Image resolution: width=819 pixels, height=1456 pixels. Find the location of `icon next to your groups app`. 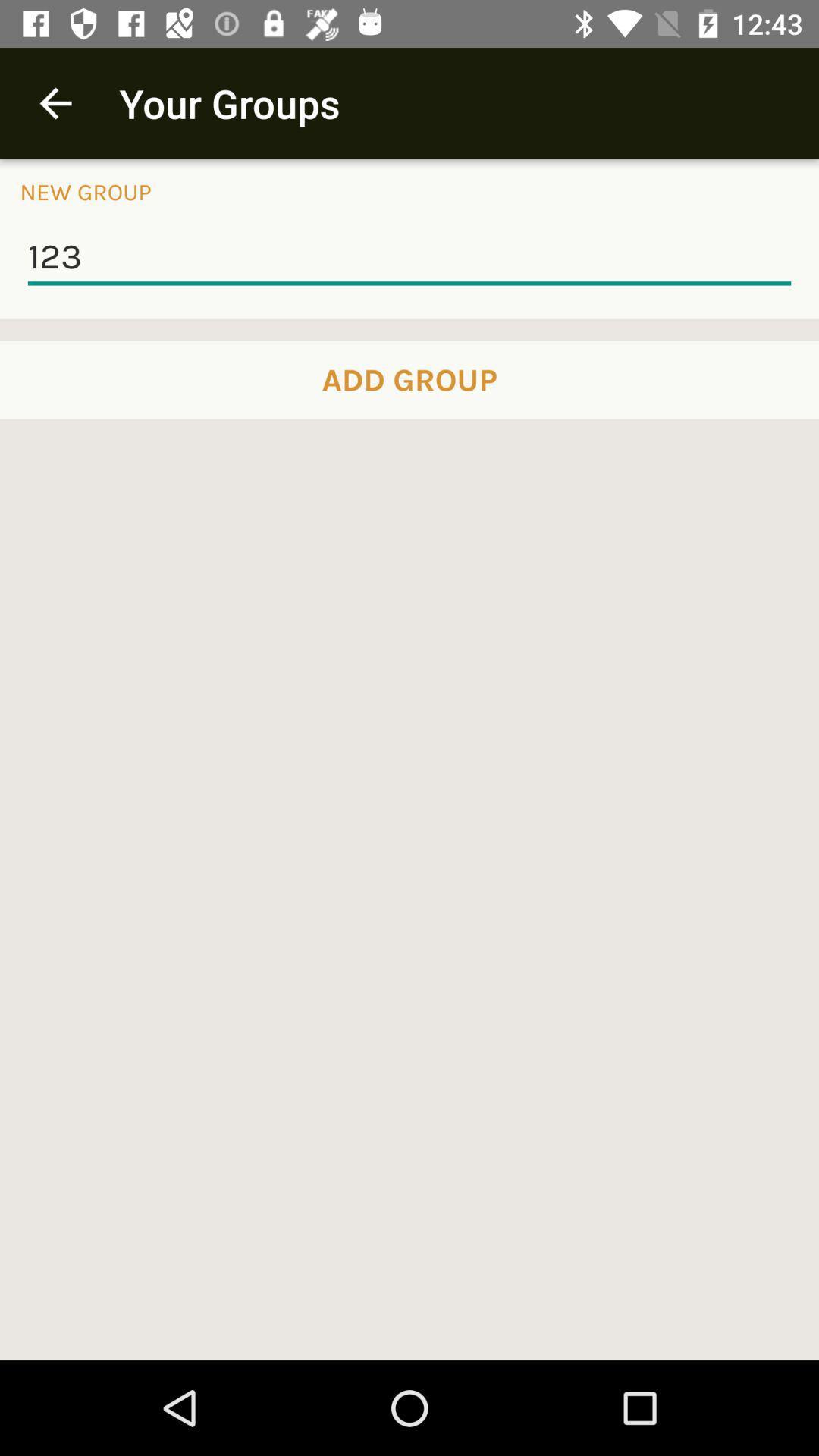

icon next to your groups app is located at coordinates (55, 102).